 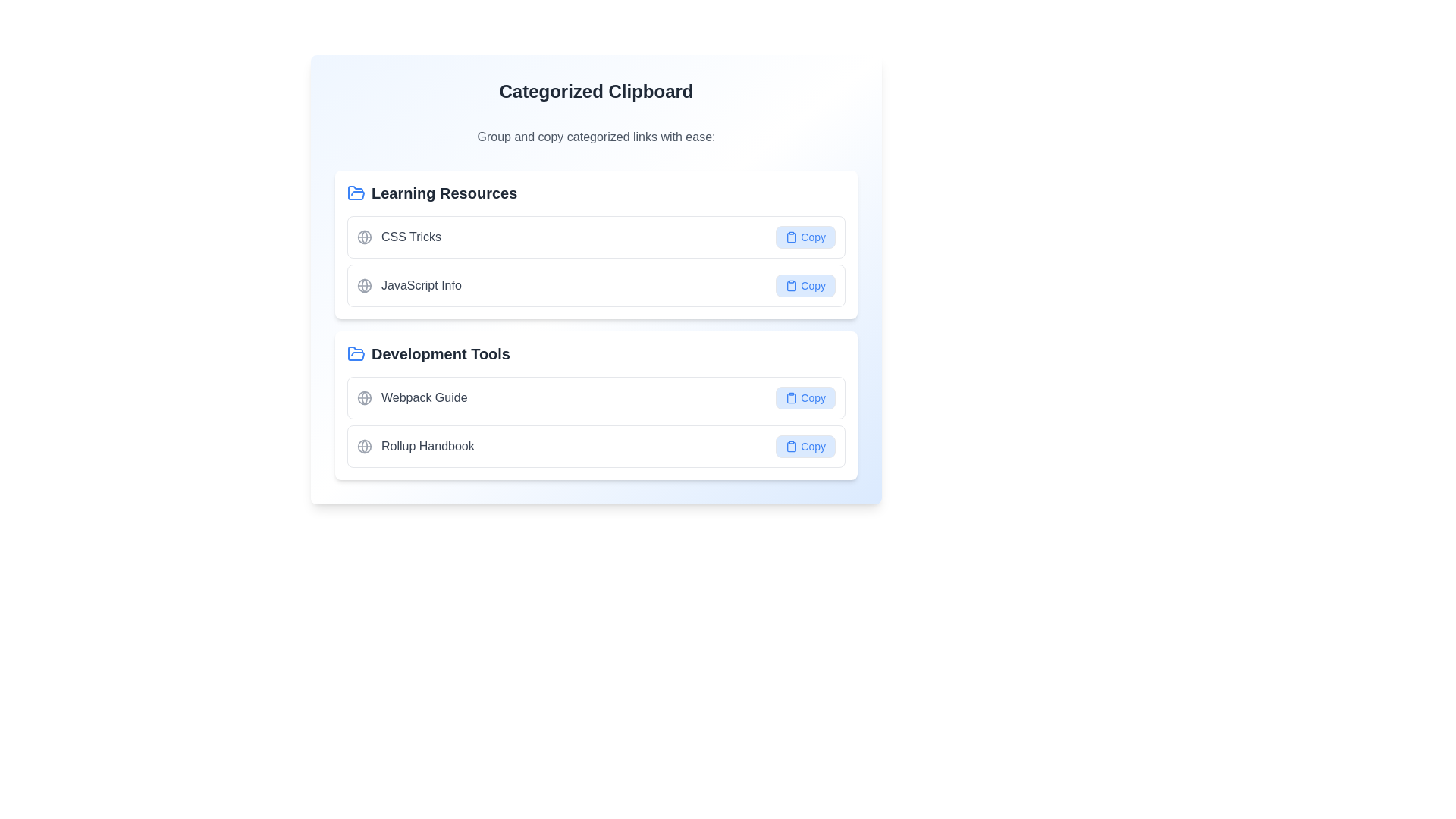 What do you see at coordinates (805, 237) in the screenshot?
I see `the 'Copy' button with rounded edges and a blue background, located in the 'CSS Tricks' item of the 'Learning Resources' group` at bounding box center [805, 237].